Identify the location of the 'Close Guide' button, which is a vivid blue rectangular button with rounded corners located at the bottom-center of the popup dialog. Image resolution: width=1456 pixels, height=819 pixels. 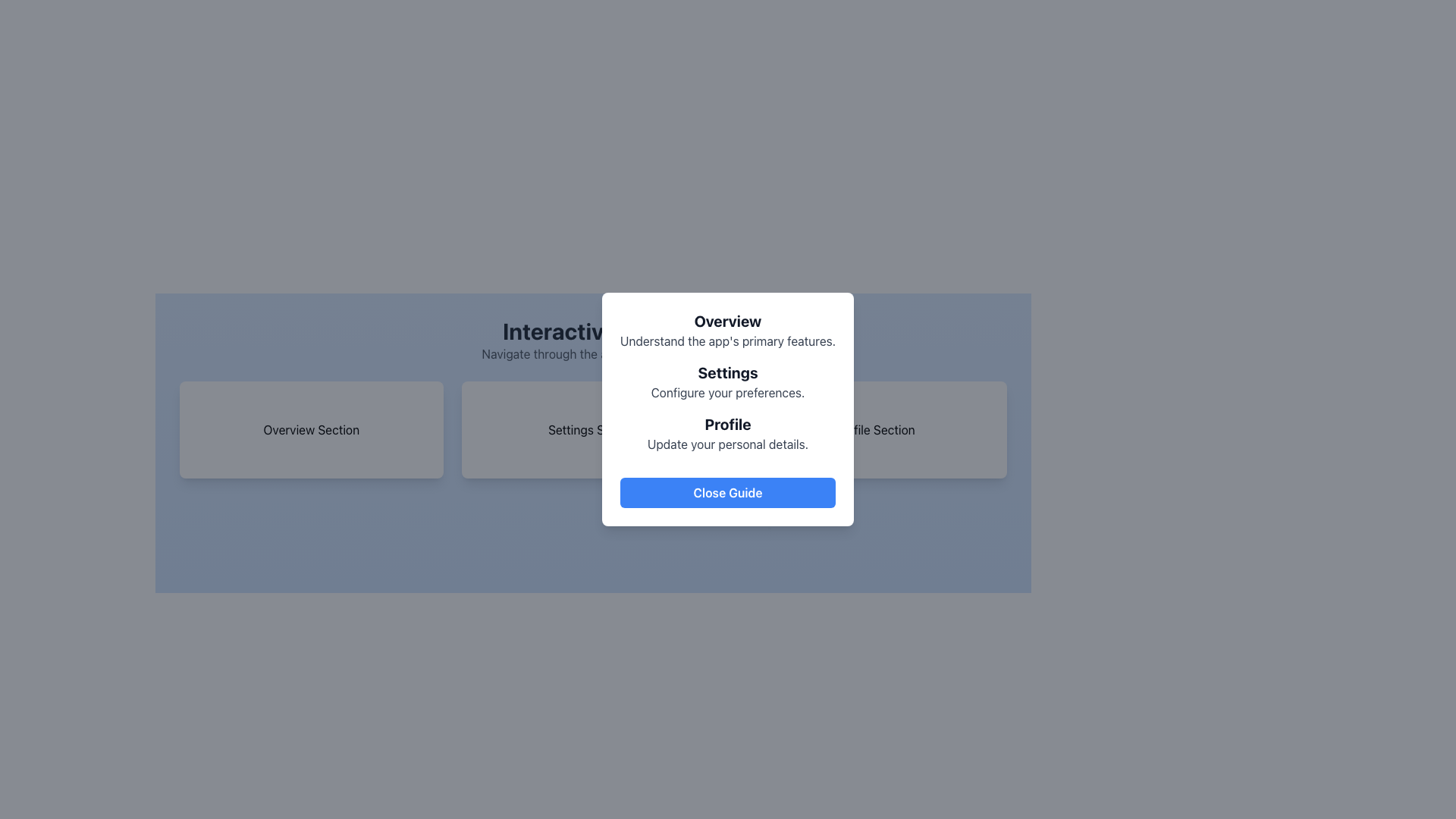
(728, 493).